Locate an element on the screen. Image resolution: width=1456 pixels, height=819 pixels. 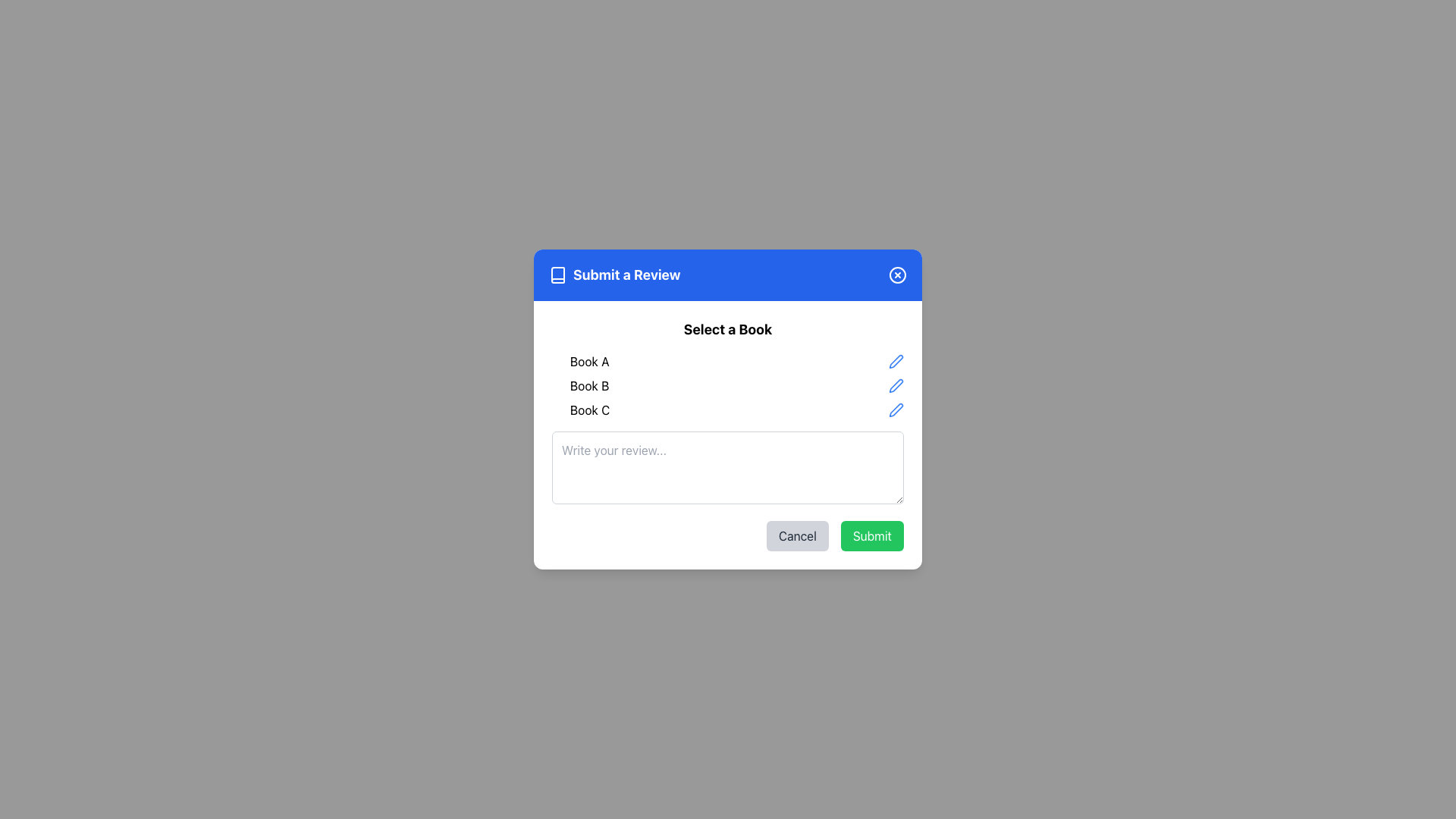
the edit button (pen icon) located to the right of the row labeled 'Book A' to initiate editing of its details is located at coordinates (896, 362).